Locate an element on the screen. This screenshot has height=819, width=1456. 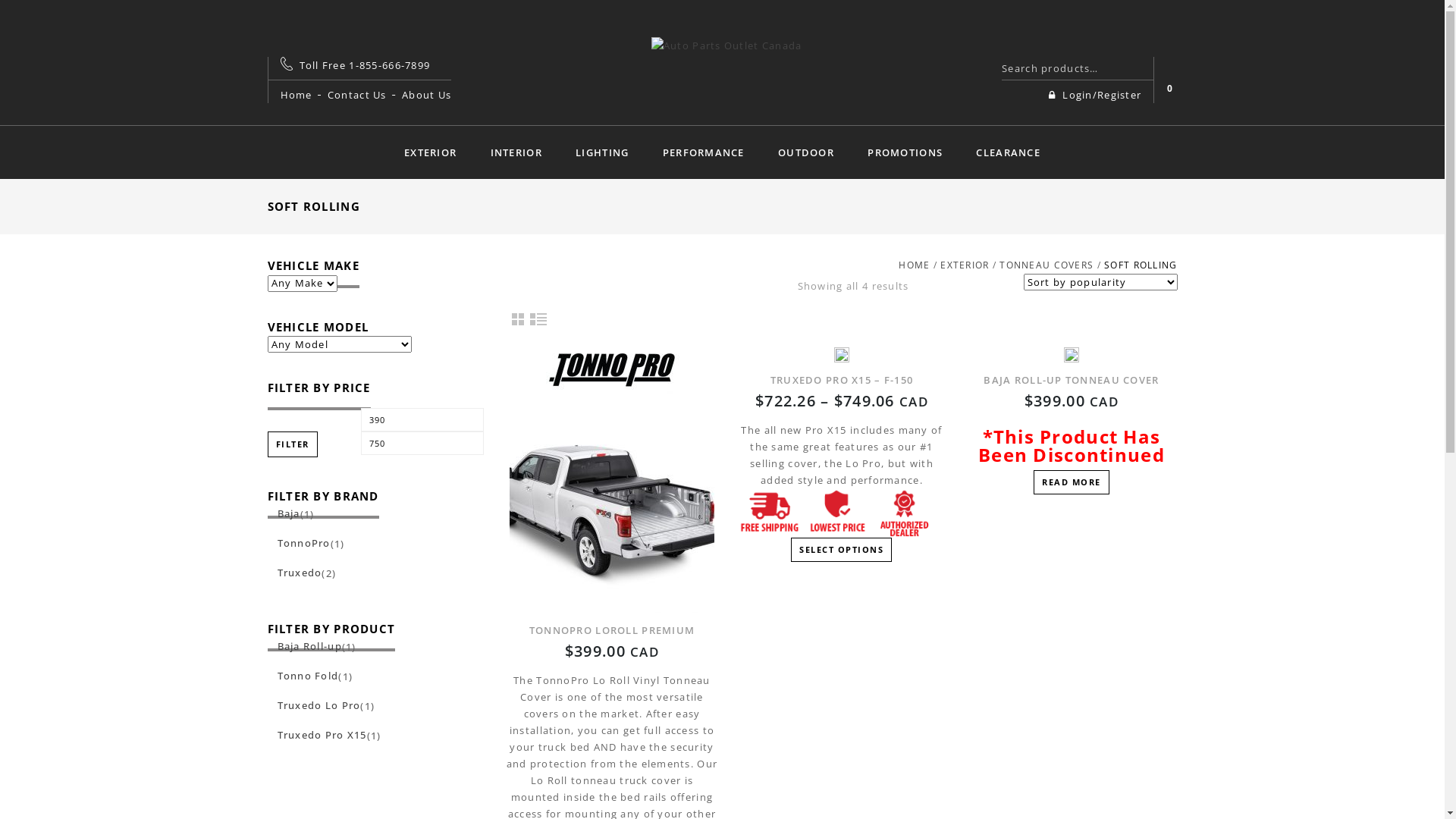
'SELECT OPTIONS' is located at coordinates (840, 550).